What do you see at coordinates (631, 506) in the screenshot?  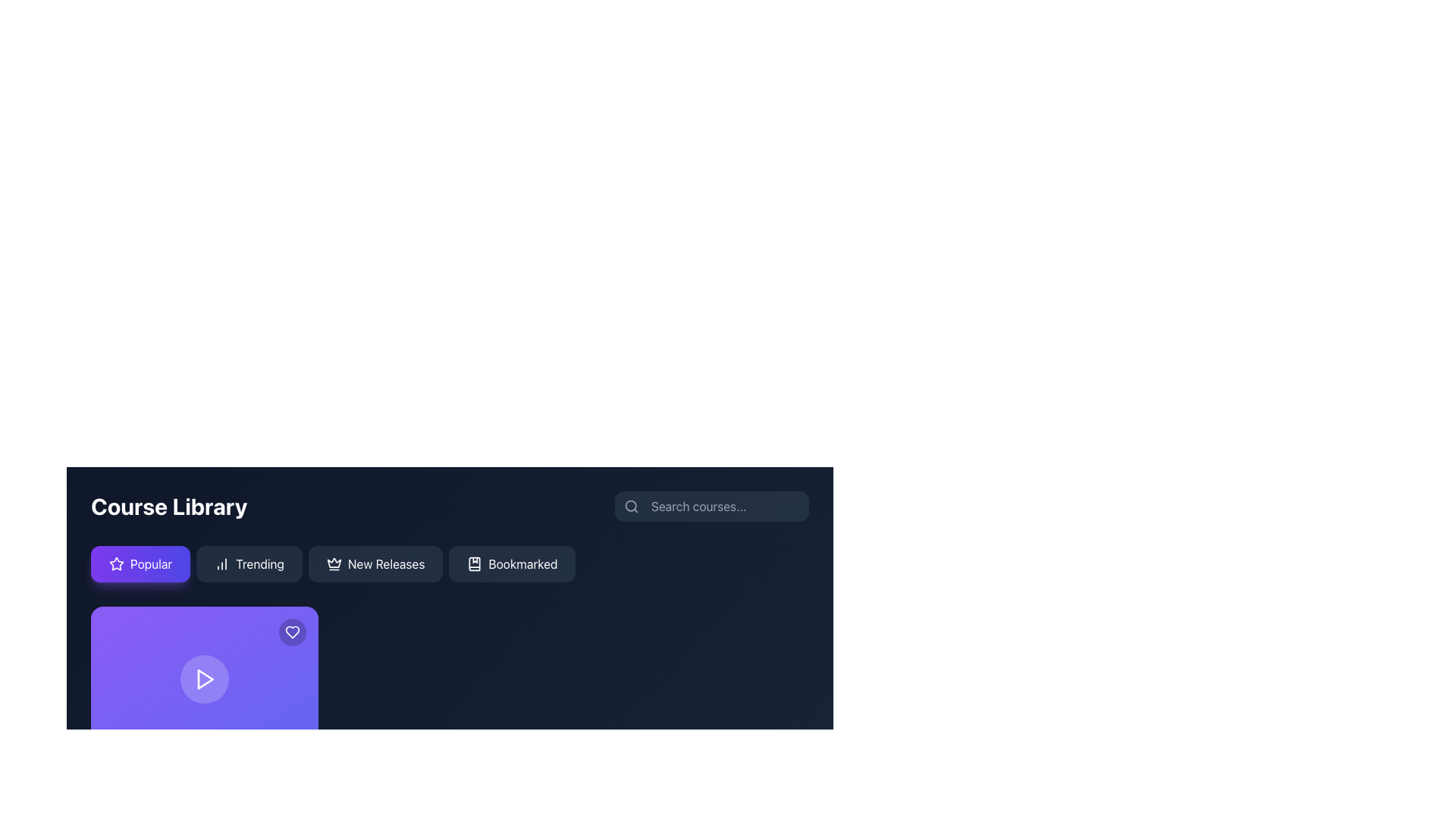 I see `the decorative circular graphic element within the magnifying glass icon, which is styled as part of an SVG graphic and has no fill` at bounding box center [631, 506].